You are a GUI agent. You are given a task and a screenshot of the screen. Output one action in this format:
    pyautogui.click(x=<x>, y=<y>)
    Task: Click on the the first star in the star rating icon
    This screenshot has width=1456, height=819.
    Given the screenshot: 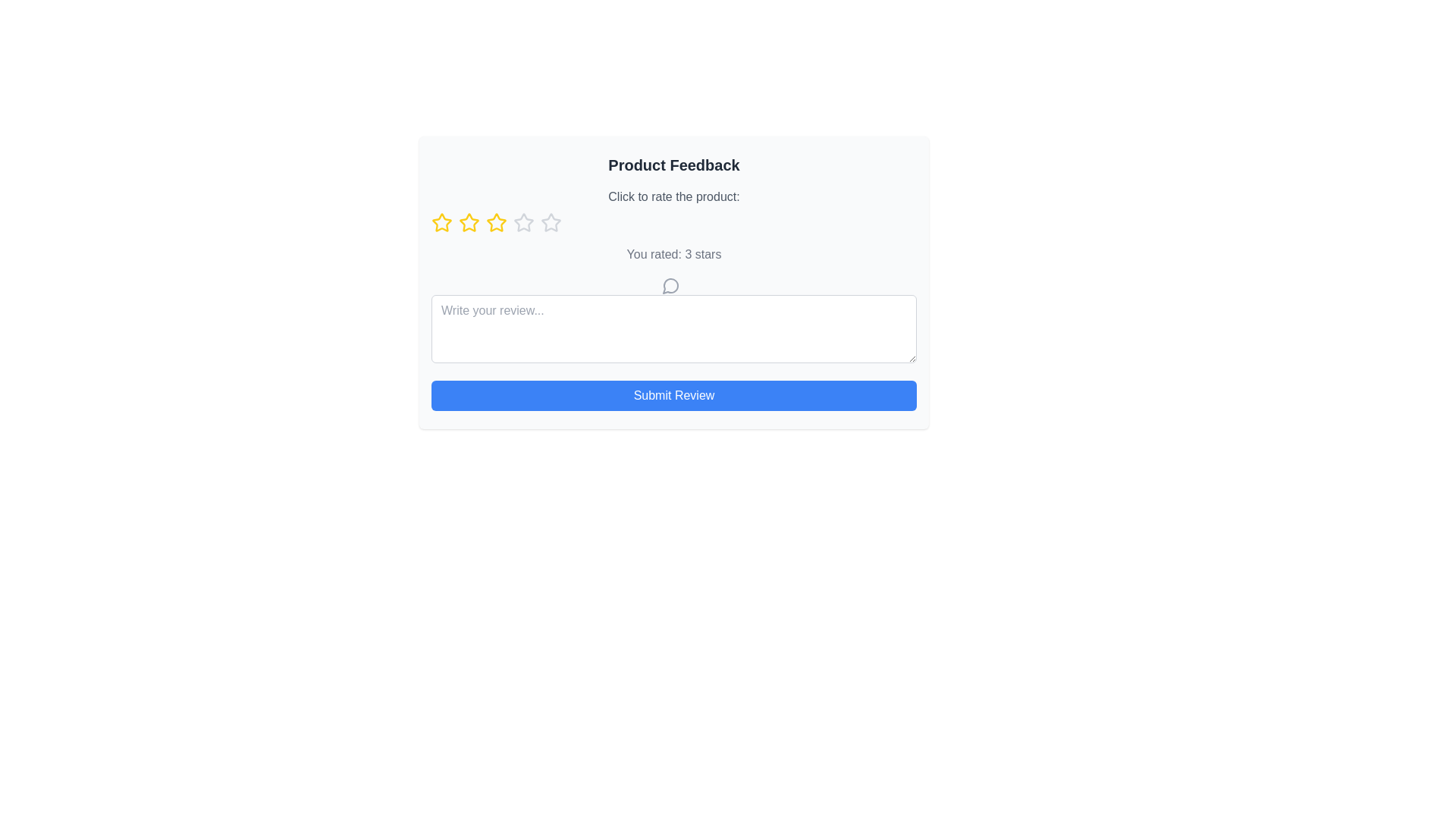 What is the action you would take?
    pyautogui.click(x=440, y=222)
    